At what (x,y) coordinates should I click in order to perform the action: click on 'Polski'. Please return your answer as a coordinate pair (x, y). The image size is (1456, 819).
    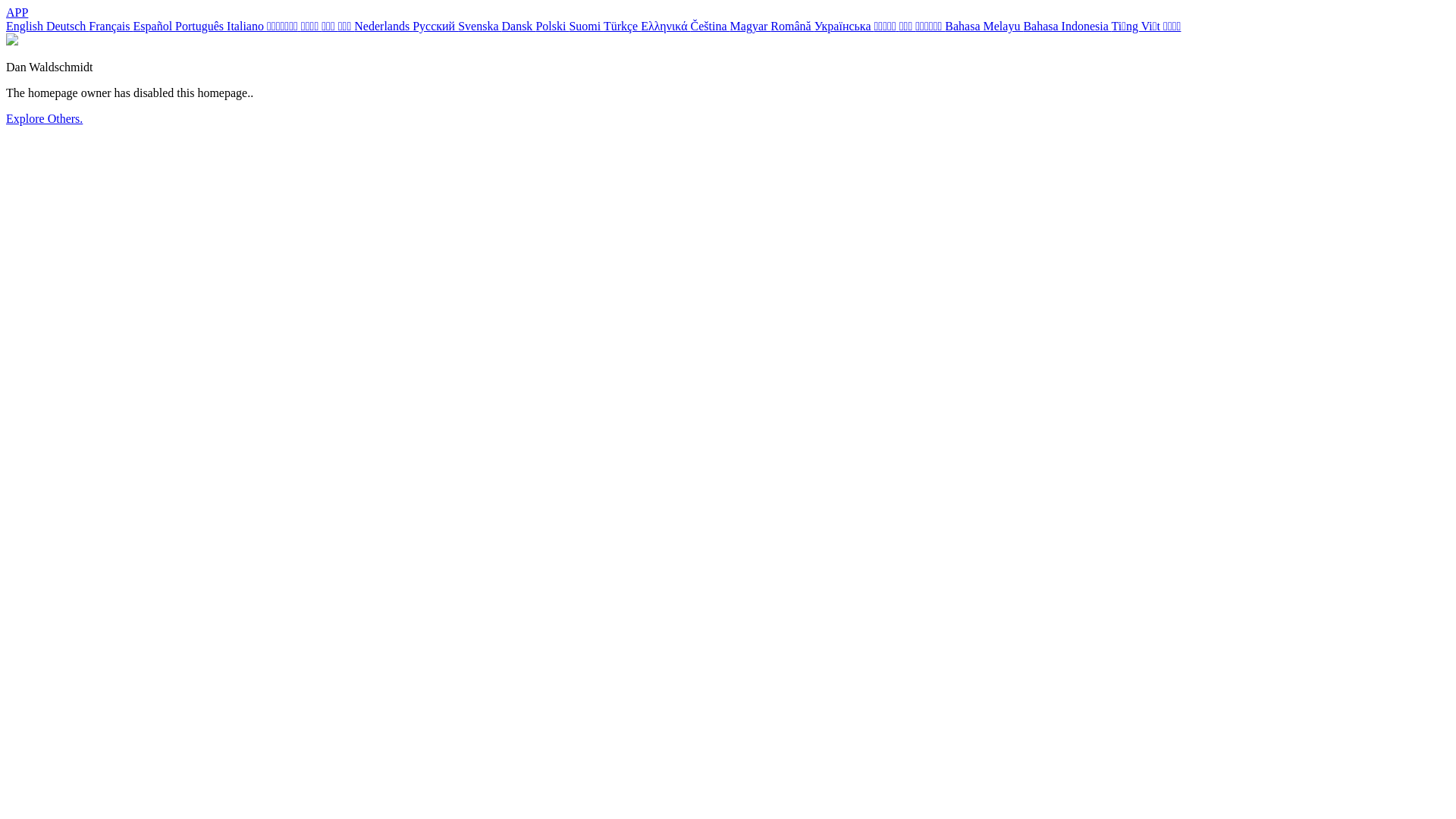
    Looking at the image, I should click on (551, 26).